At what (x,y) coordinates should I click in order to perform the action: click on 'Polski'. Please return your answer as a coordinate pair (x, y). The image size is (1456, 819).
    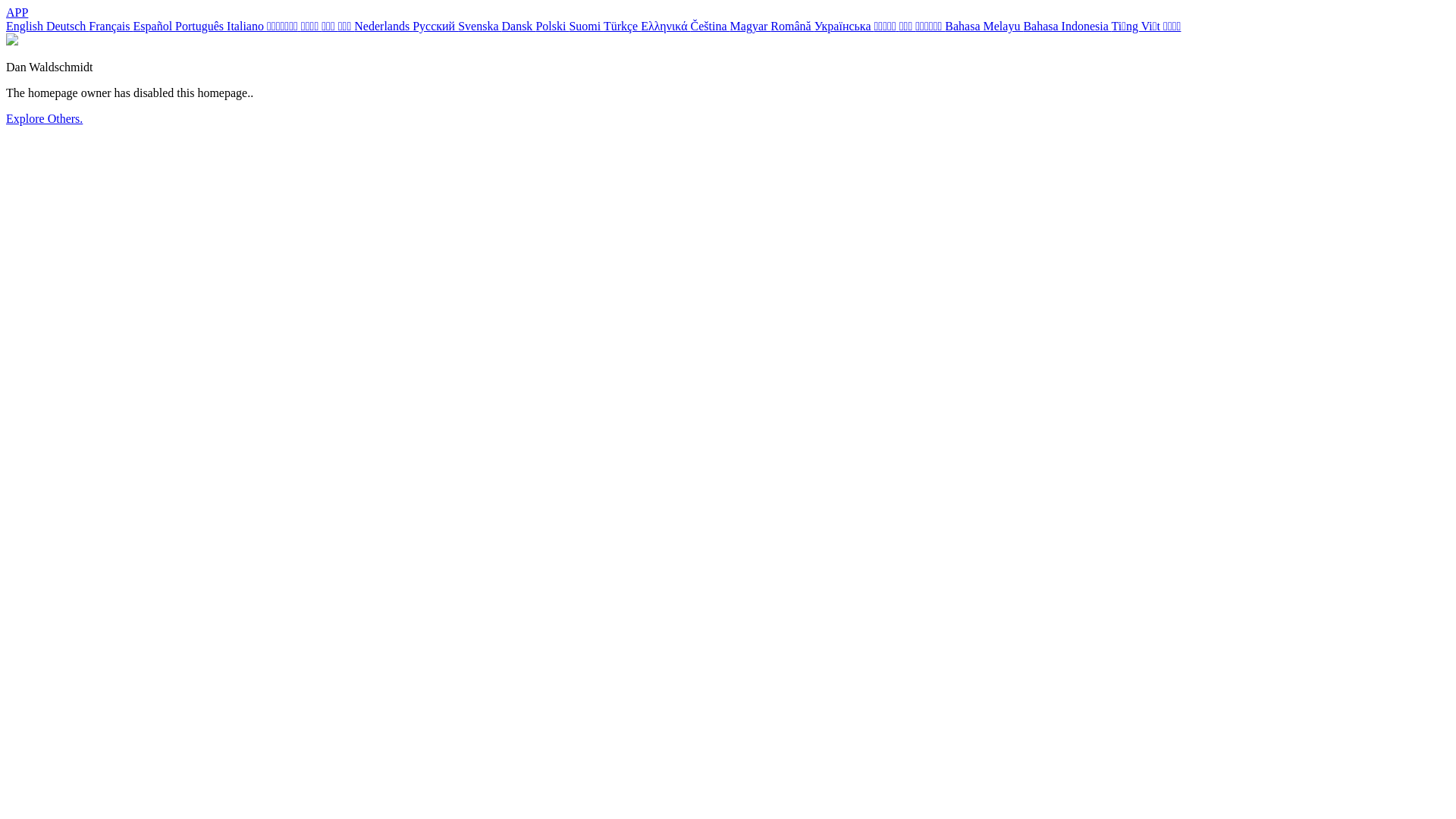
    Looking at the image, I should click on (551, 26).